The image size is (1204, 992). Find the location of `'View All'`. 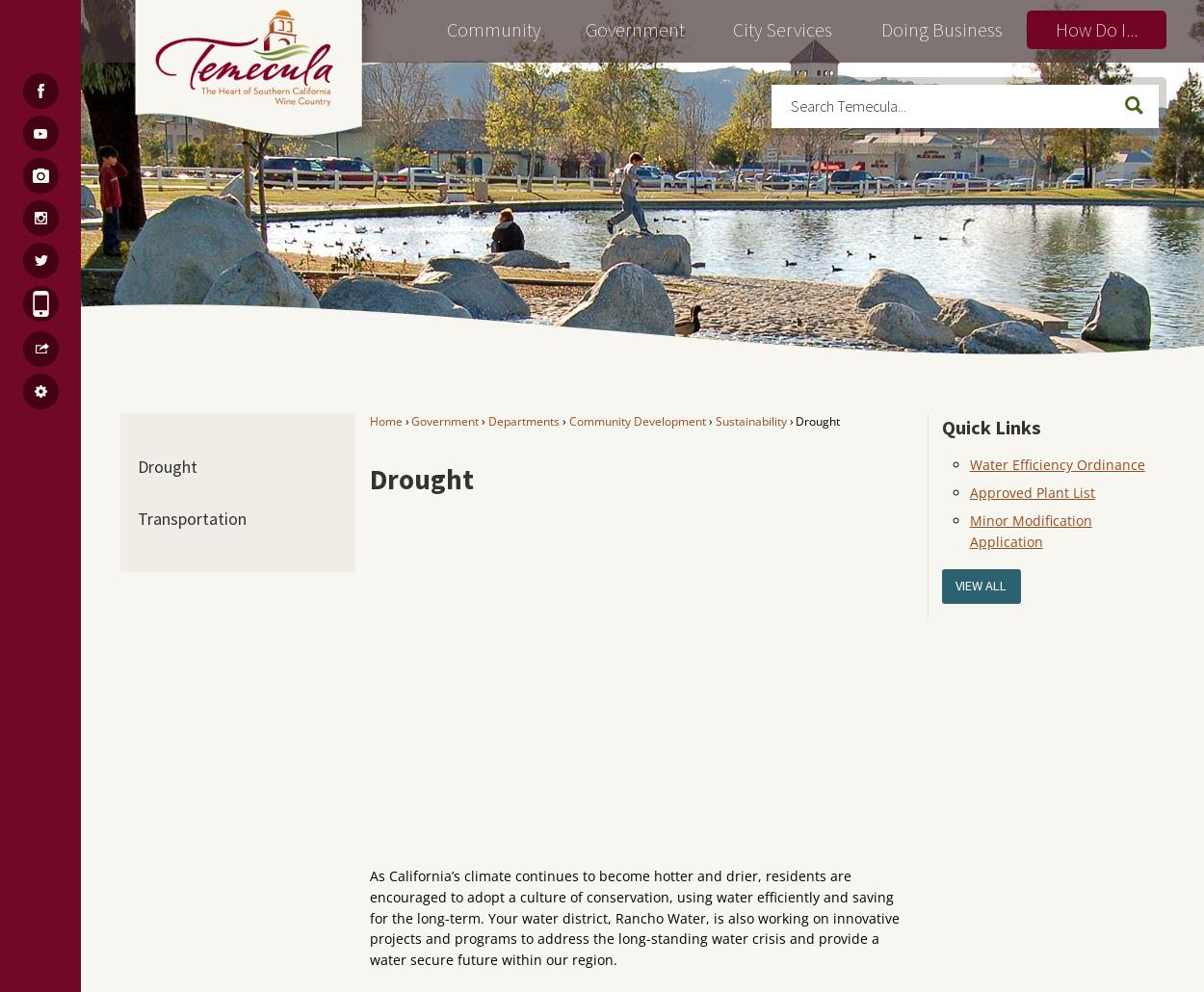

'View All' is located at coordinates (981, 585).